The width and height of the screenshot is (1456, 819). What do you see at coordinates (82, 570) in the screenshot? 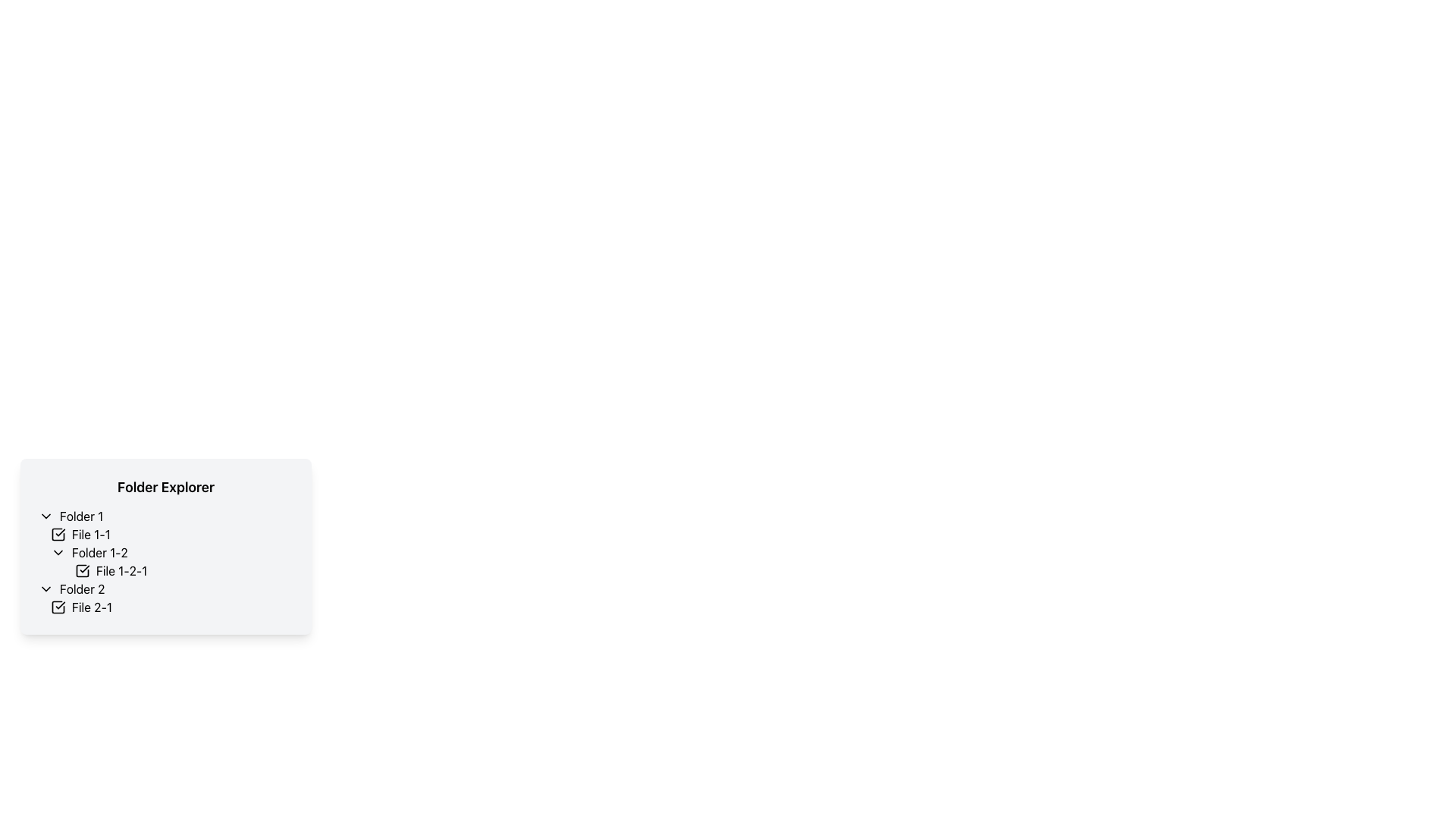
I see `the checkbox icon next to the list item 'File 1-2-1' under 'Folder 1-2' in the Folder Explorer` at bounding box center [82, 570].